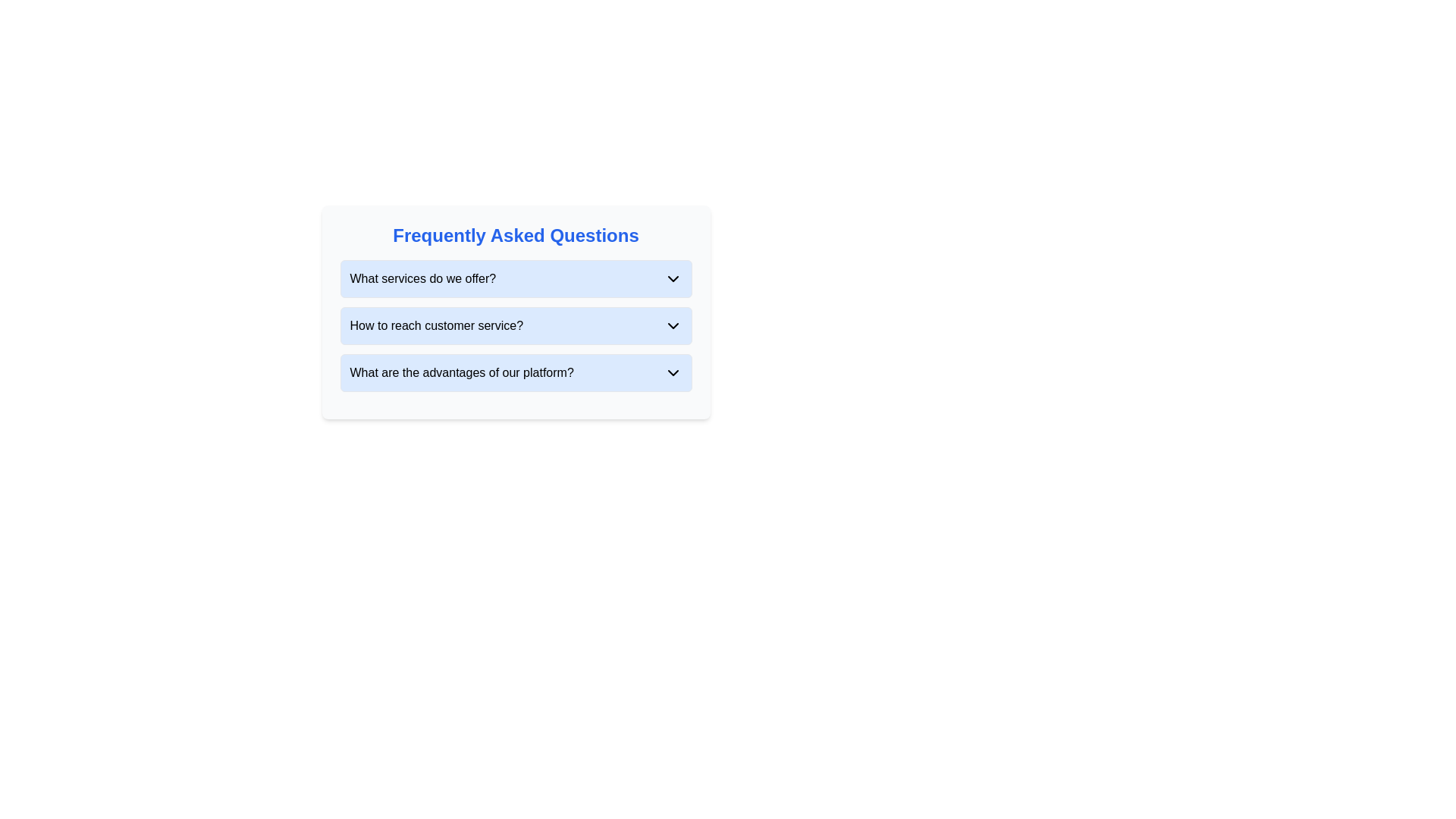  Describe the element at coordinates (435, 325) in the screenshot. I see `the FAQ question text element located between the first question 'What services do we offer?' and the third question 'What are the advantages of our platform?'` at that location.